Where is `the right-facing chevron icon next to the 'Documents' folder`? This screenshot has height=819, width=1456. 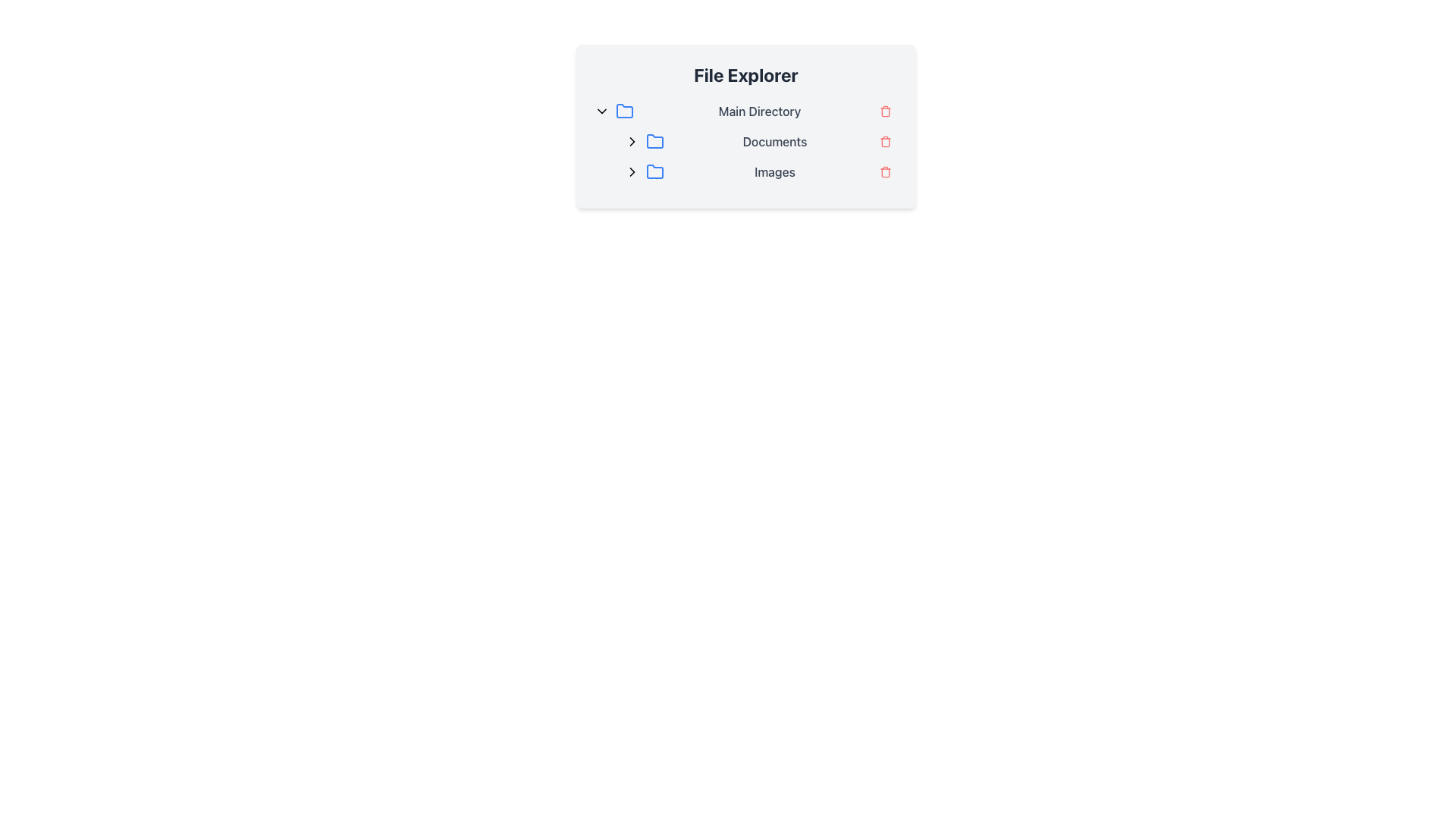
the right-facing chevron icon next to the 'Documents' folder is located at coordinates (632, 171).